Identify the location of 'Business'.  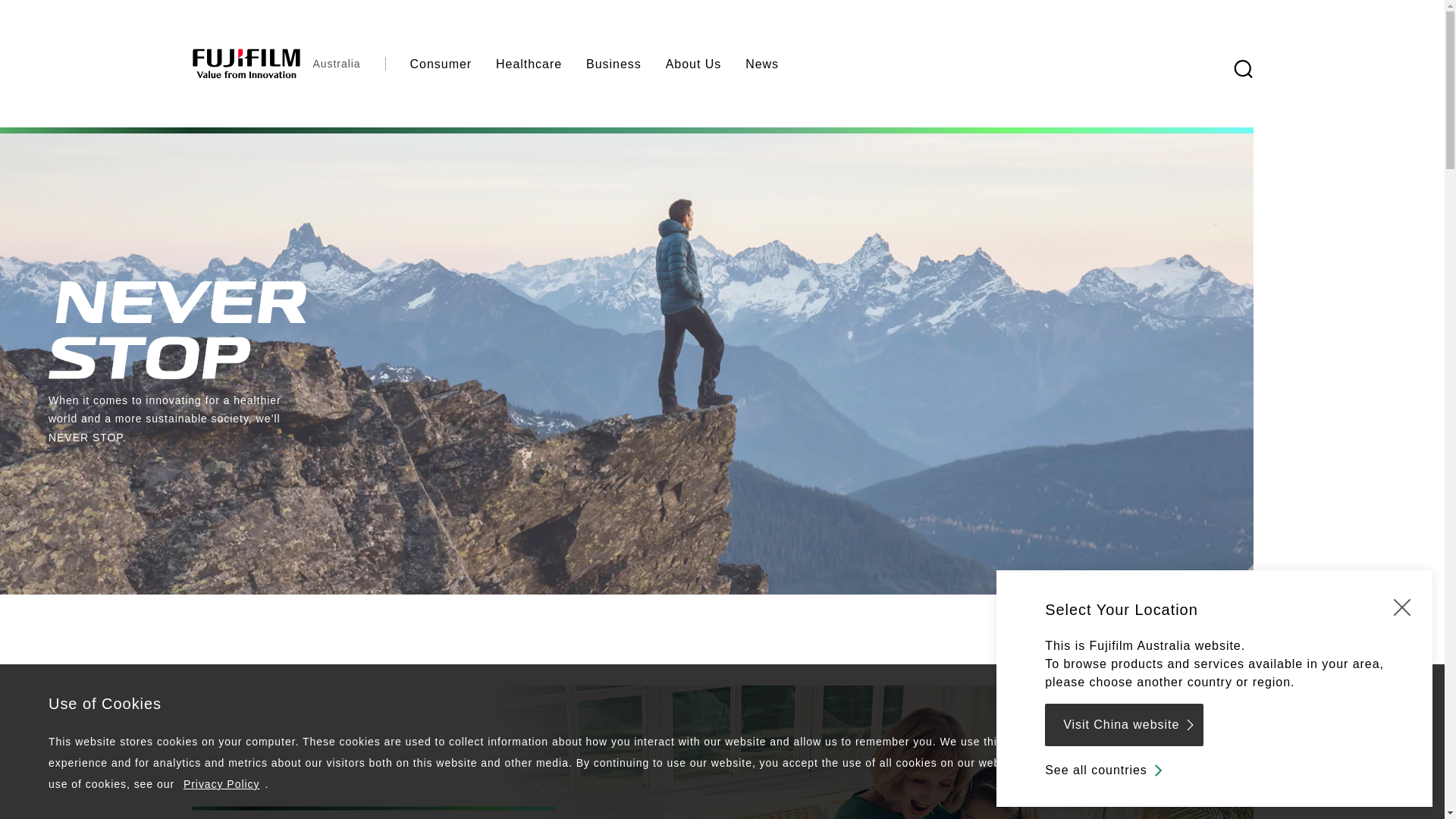
(613, 63).